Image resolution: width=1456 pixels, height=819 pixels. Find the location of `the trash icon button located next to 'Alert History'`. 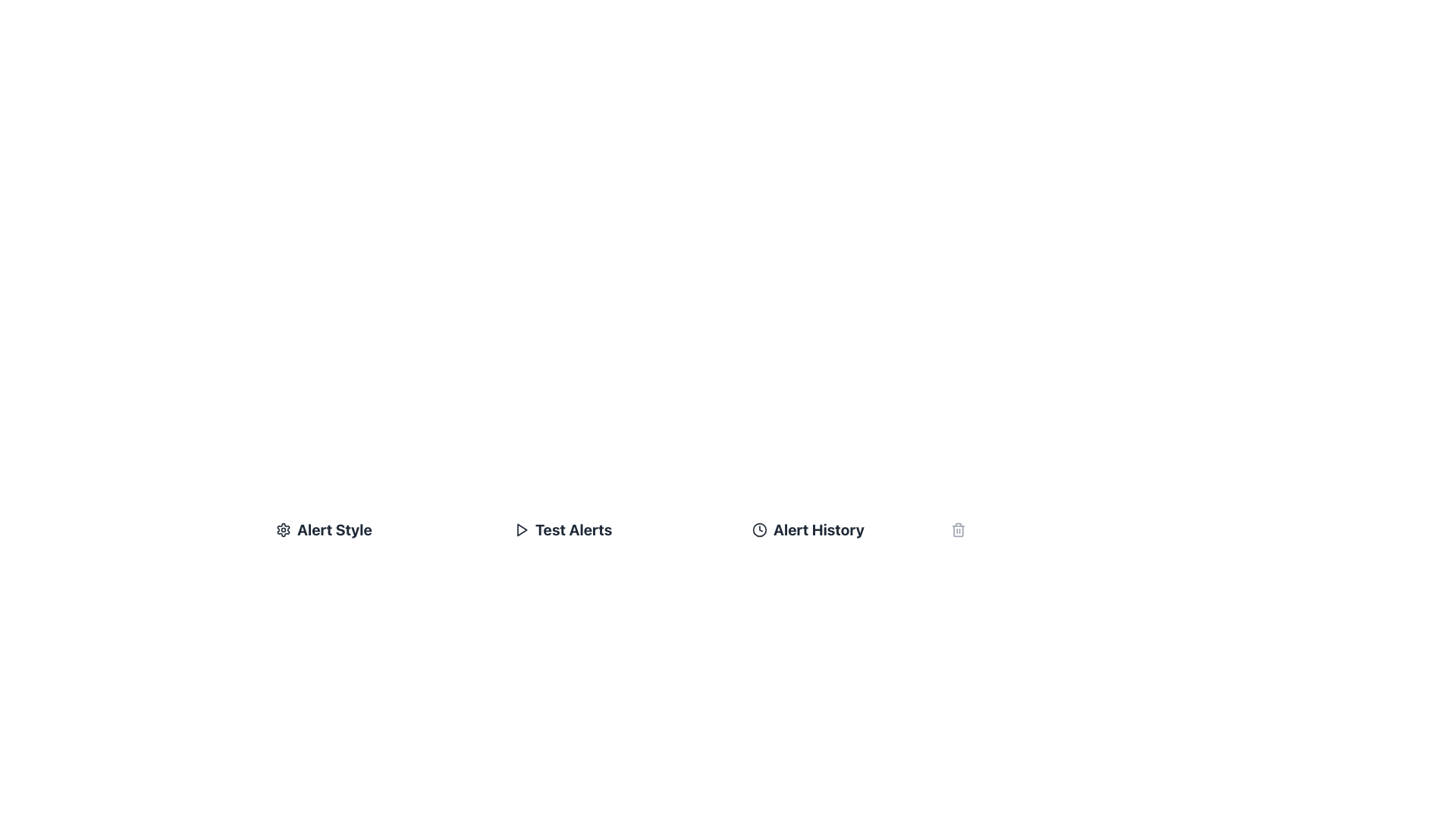

the trash icon button located next to 'Alert History' is located at coordinates (957, 529).